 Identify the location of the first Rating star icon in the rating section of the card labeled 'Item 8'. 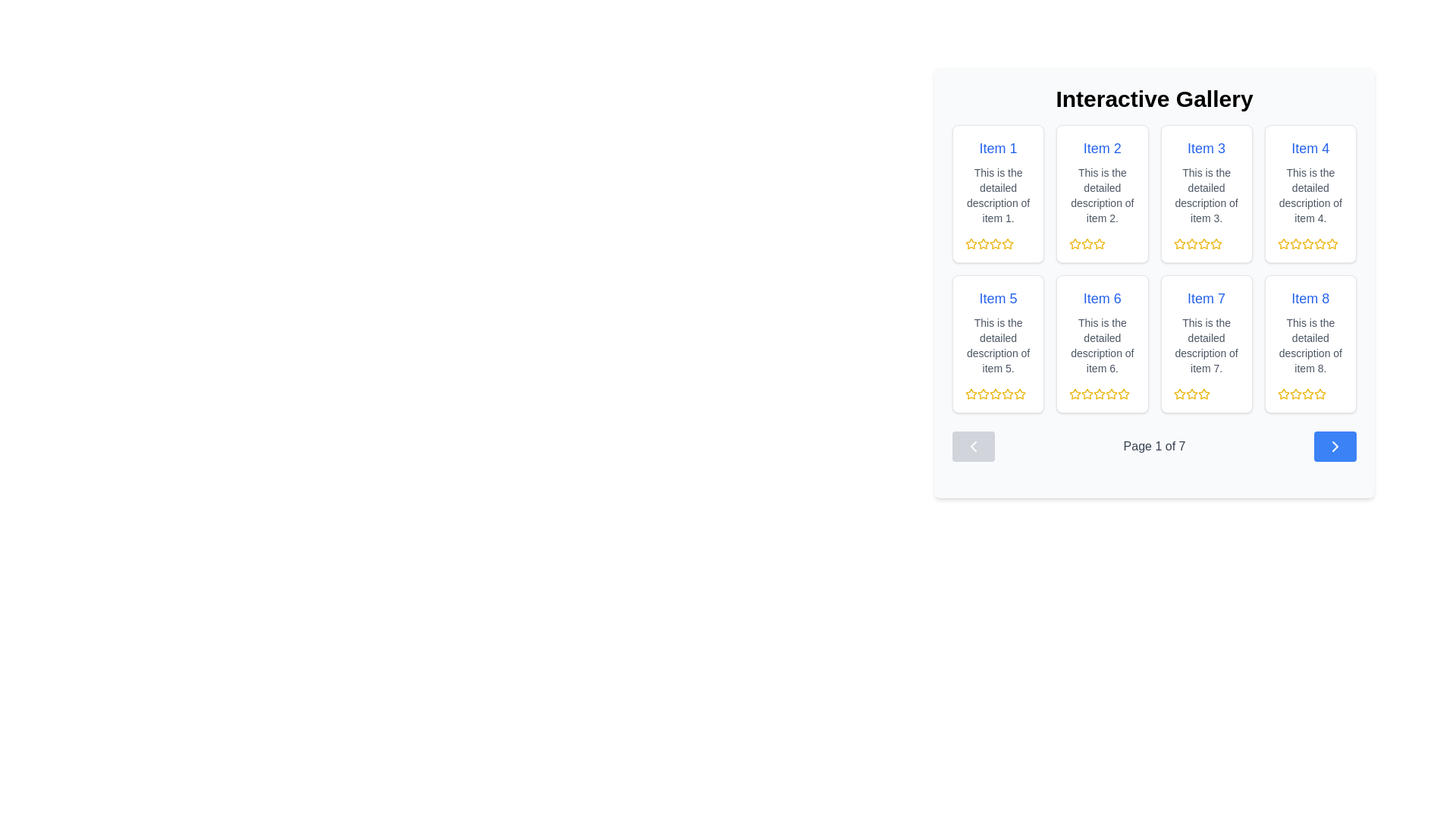
(1282, 393).